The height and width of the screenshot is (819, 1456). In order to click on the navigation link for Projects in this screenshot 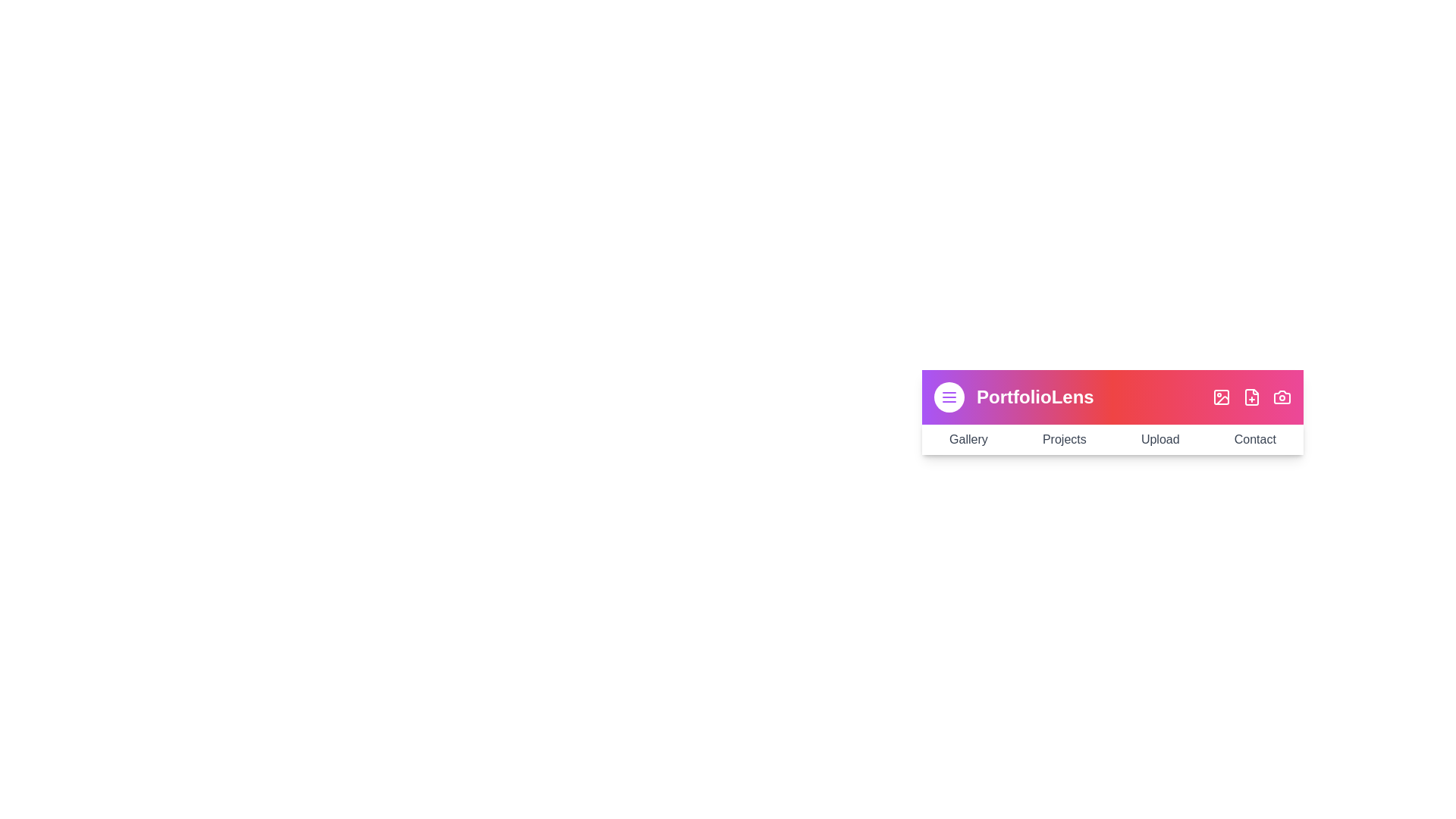, I will do `click(1063, 439)`.